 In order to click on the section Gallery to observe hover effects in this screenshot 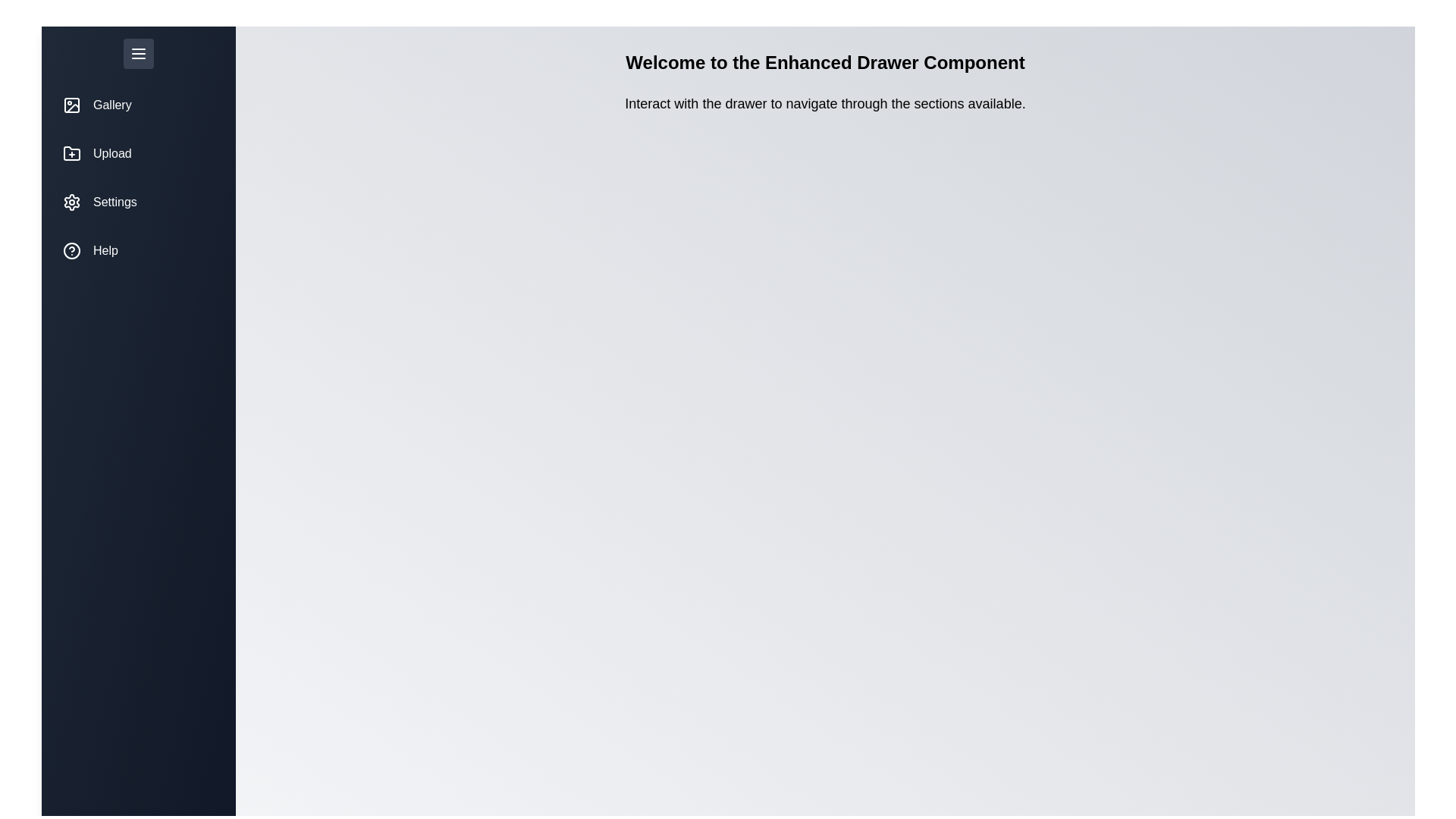, I will do `click(138, 104)`.